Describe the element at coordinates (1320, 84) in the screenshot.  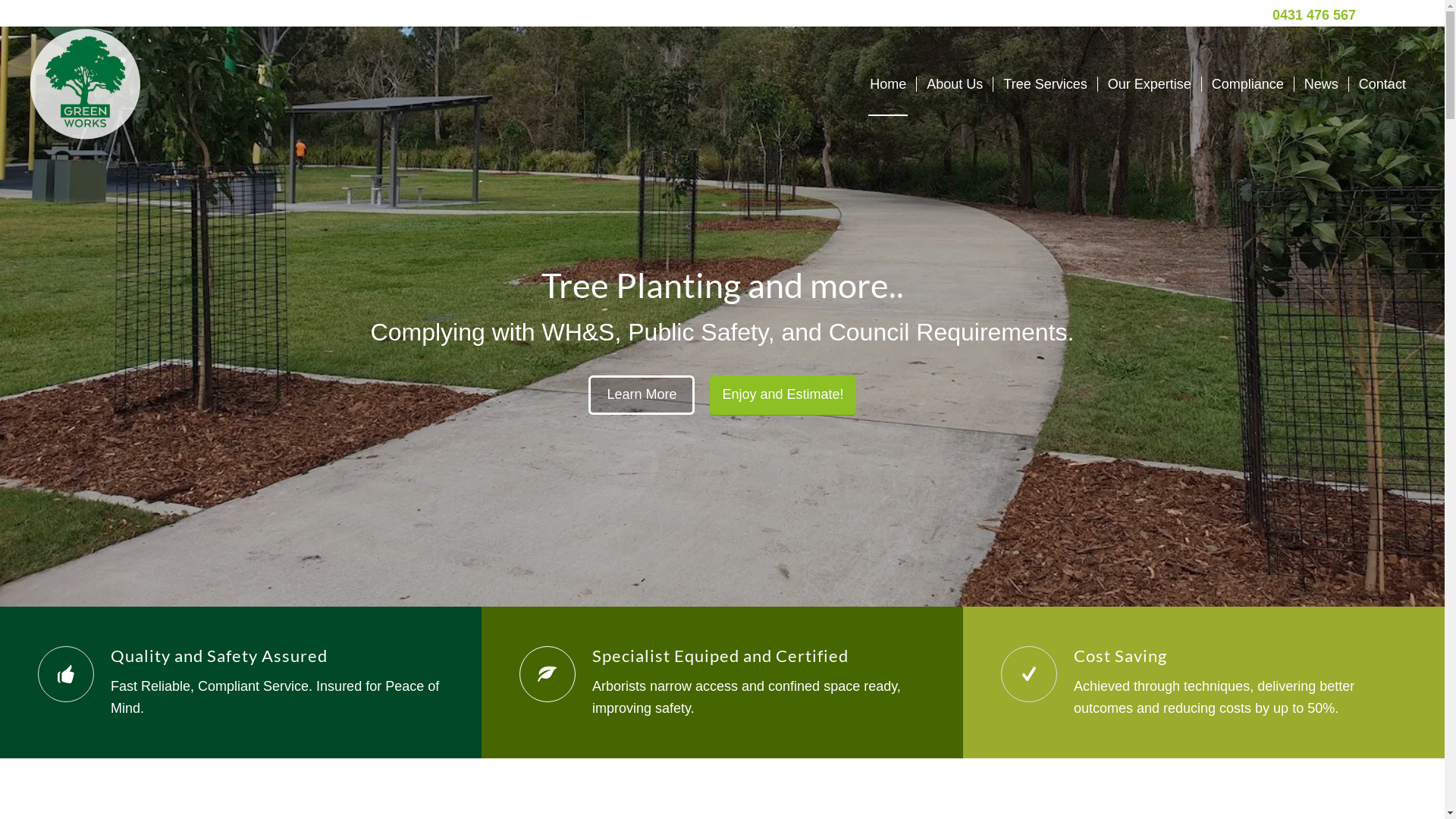
I see `'News'` at that location.